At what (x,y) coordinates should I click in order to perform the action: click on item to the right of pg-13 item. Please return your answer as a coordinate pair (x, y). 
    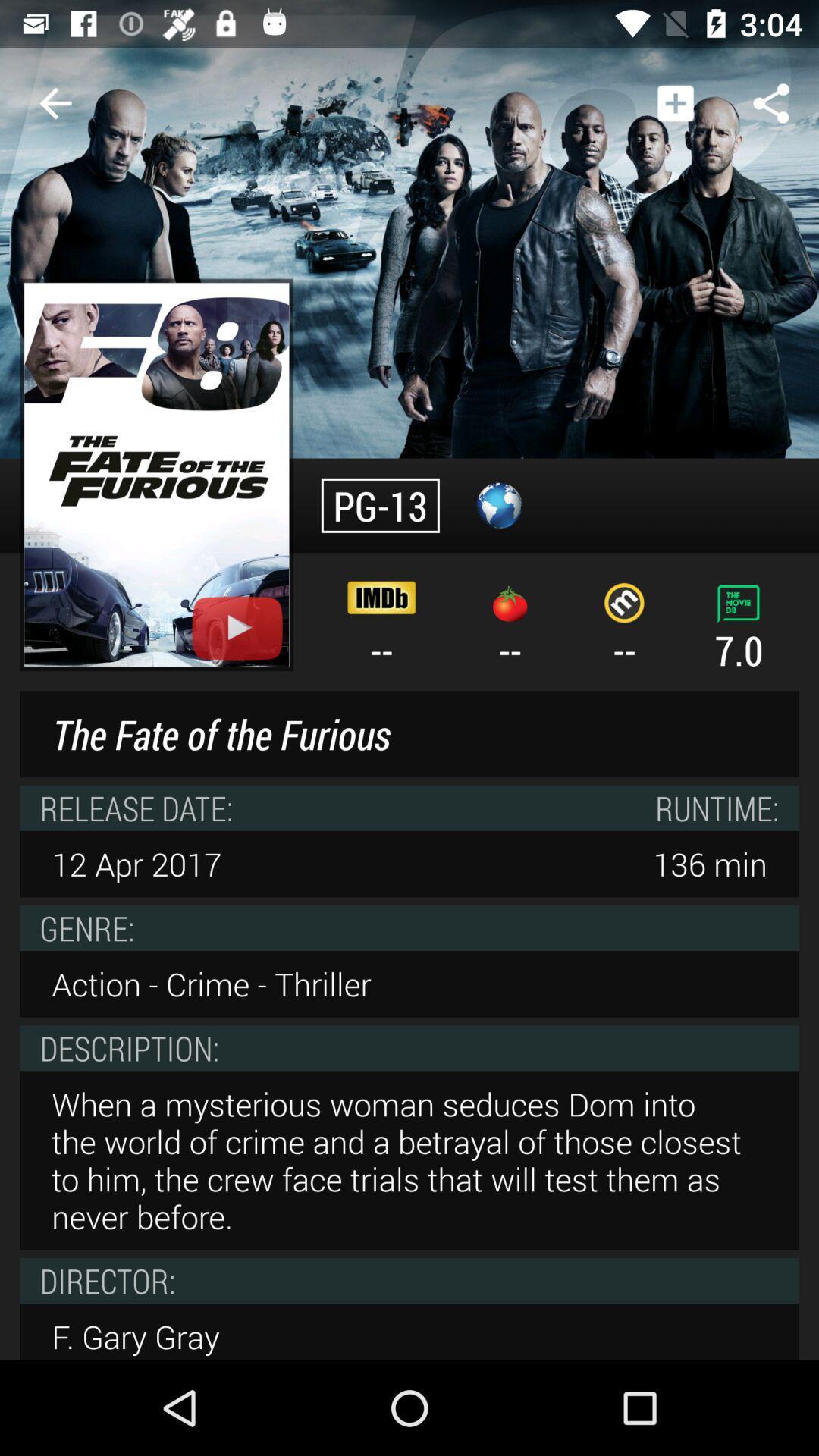
    Looking at the image, I should click on (499, 505).